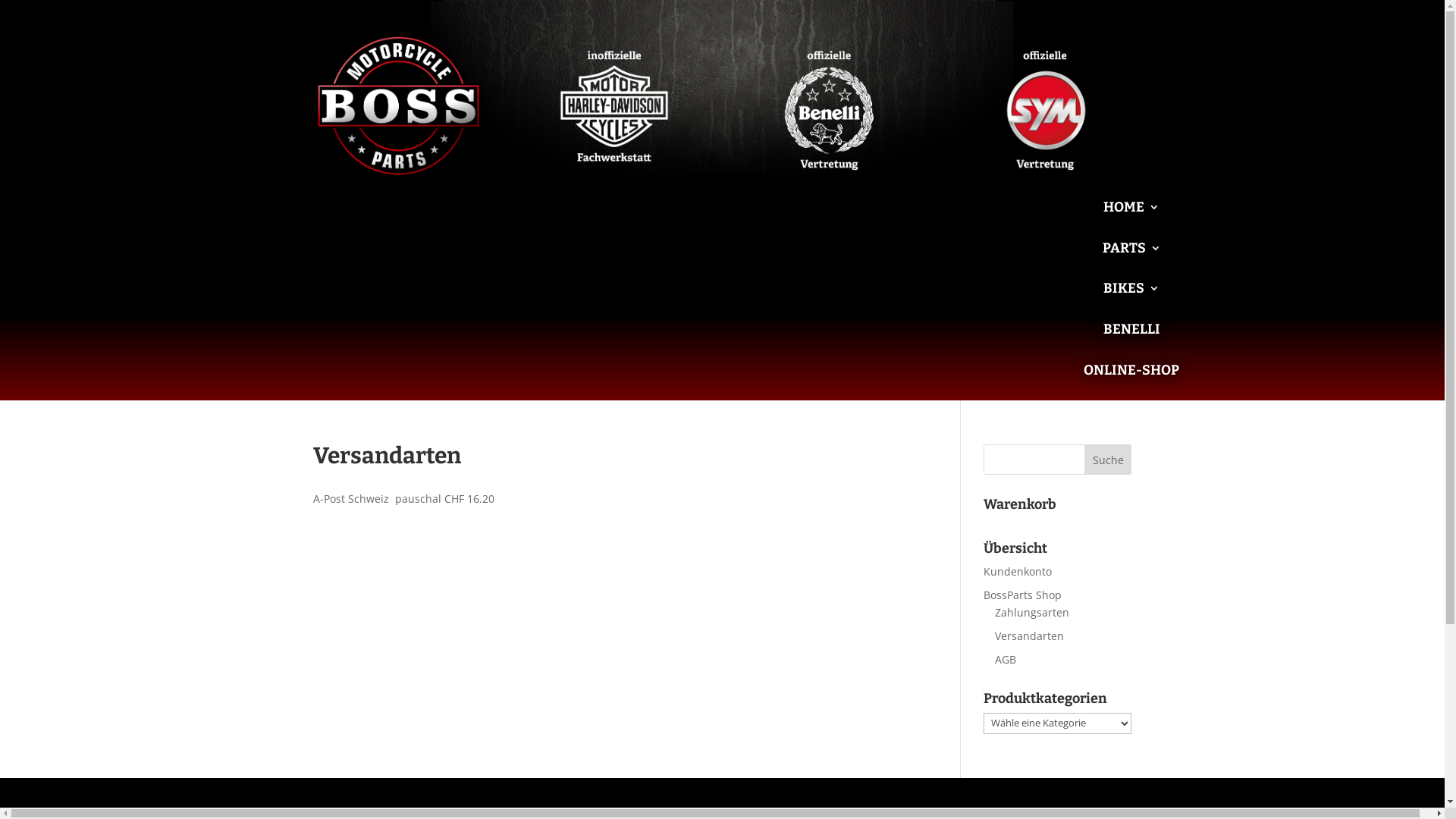  What do you see at coordinates (1108, 458) in the screenshot?
I see `'Suche'` at bounding box center [1108, 458].